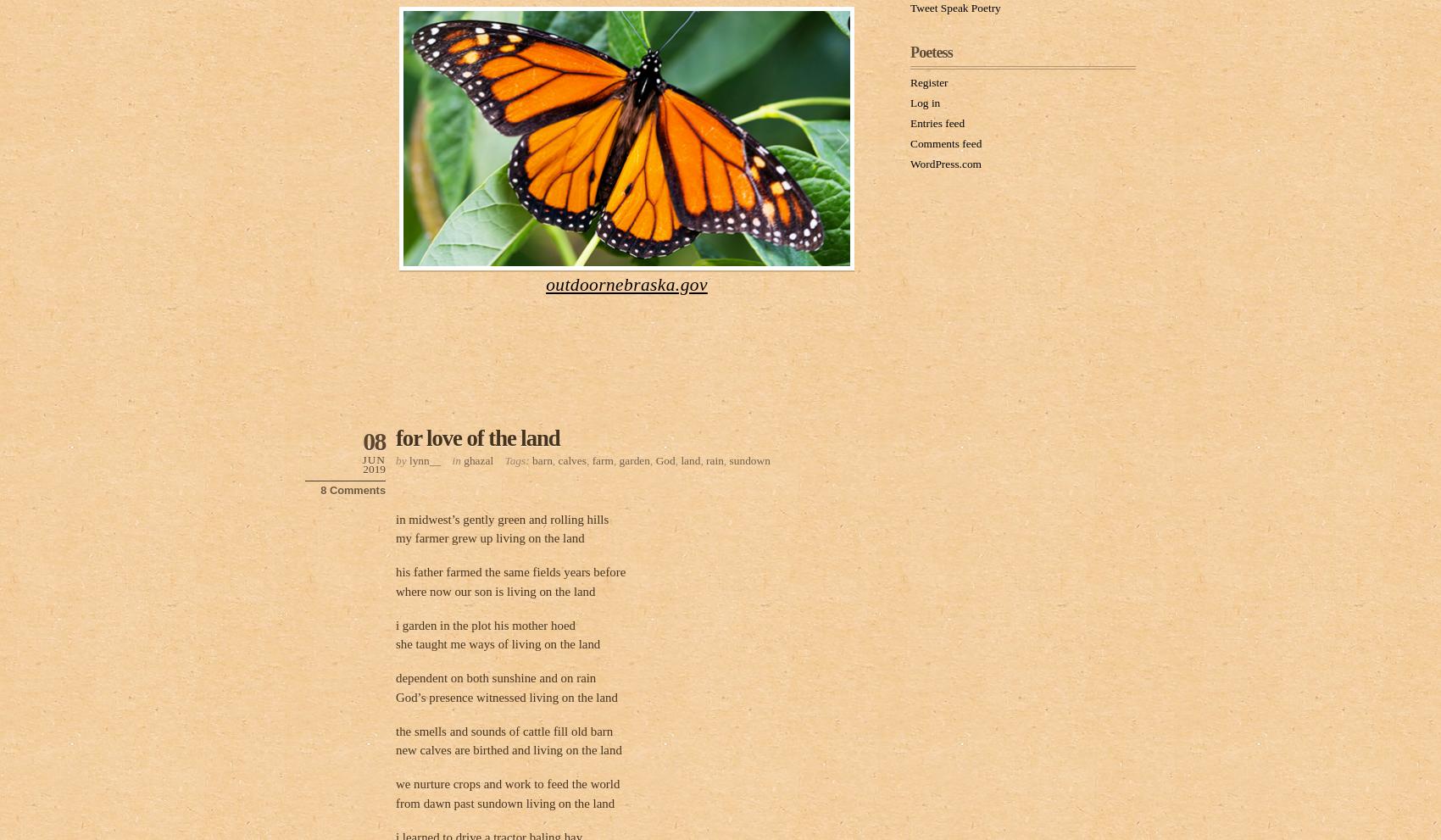 The height and width of the screenshot is (840, 1441). Describe the element at coordinates (494, 678) in the screenshot. I see `'dependent on both sunshine and on rain'` at that location.